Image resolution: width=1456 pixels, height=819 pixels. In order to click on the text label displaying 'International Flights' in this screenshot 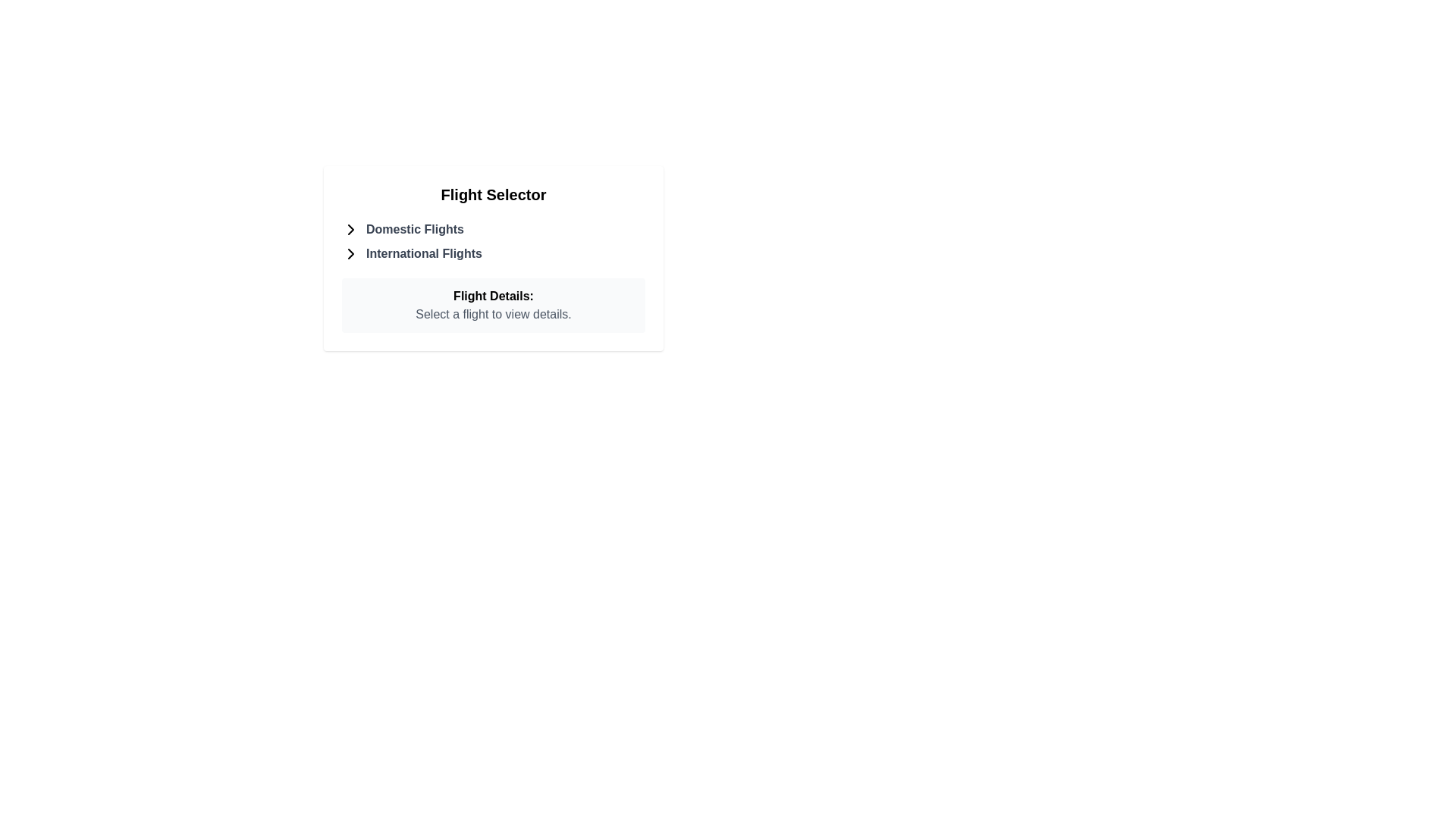, I will do `click(424, 253)`.